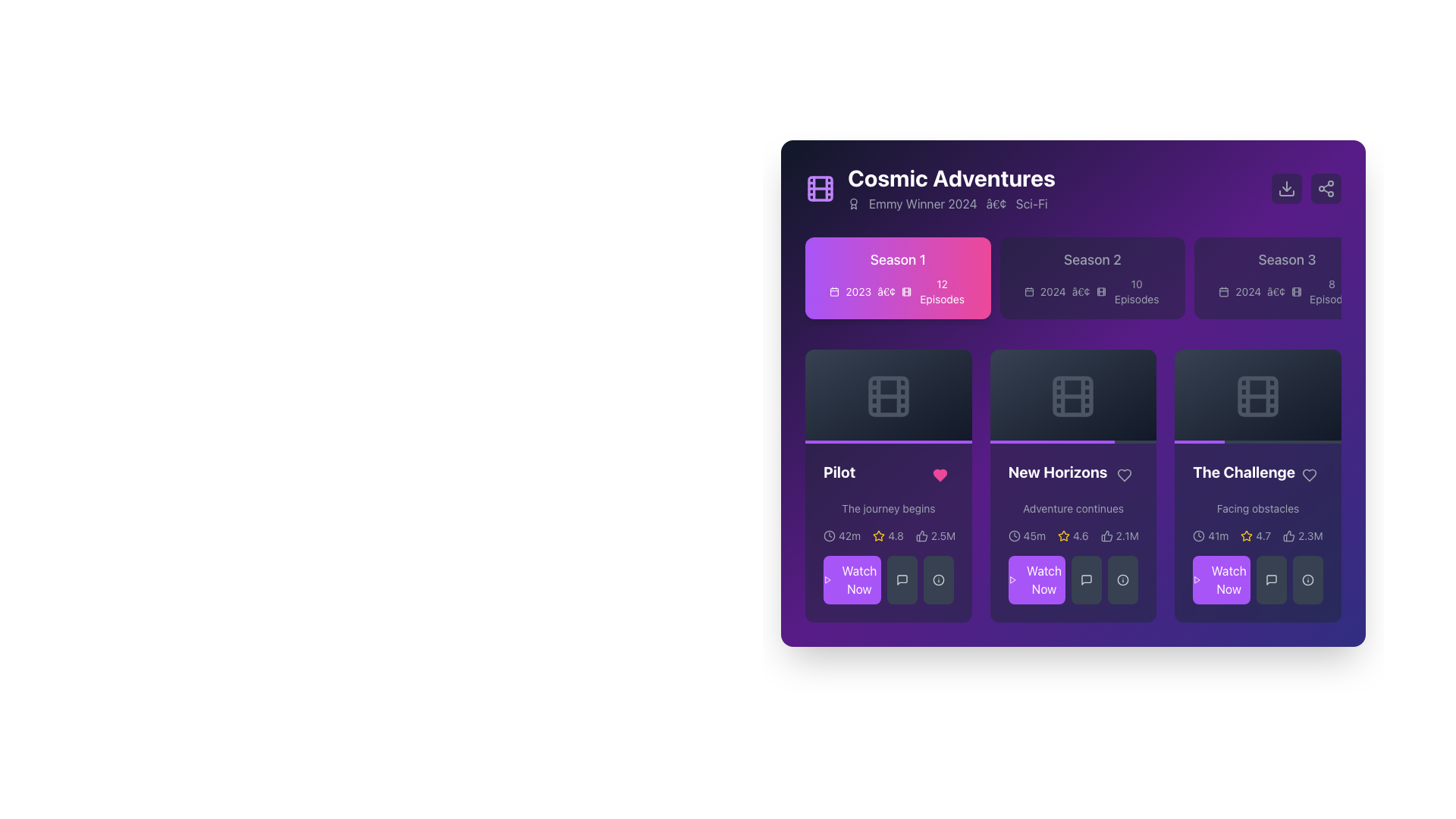 The image size is (1456, 819). Describe the element at coordinates (1072, 535) in the screenshot. I see `textual description of the rating indicator located below the main title and description in the 'New Horizons' card` at that location.